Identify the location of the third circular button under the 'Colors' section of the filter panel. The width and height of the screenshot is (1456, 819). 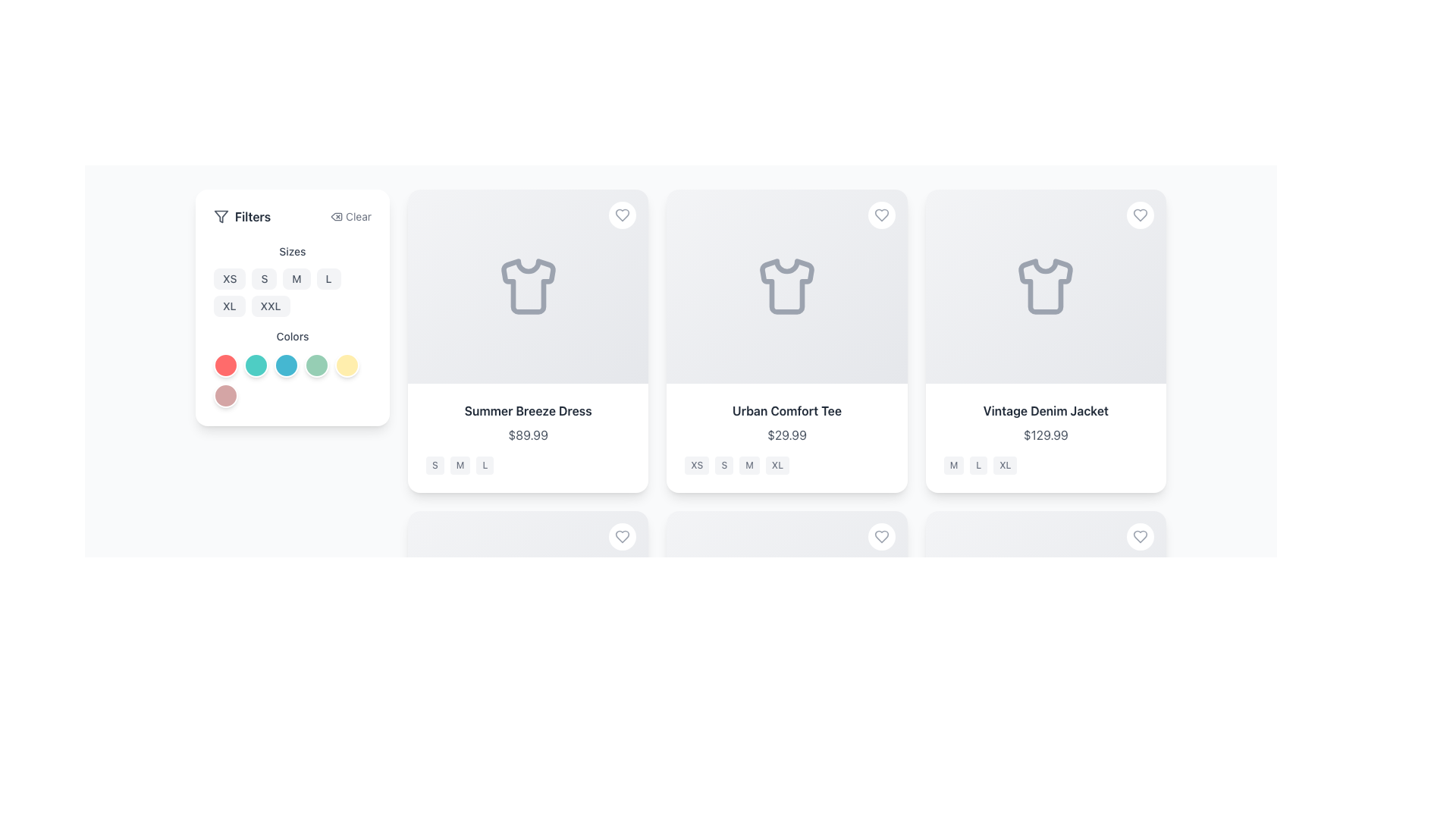
(287, 366).